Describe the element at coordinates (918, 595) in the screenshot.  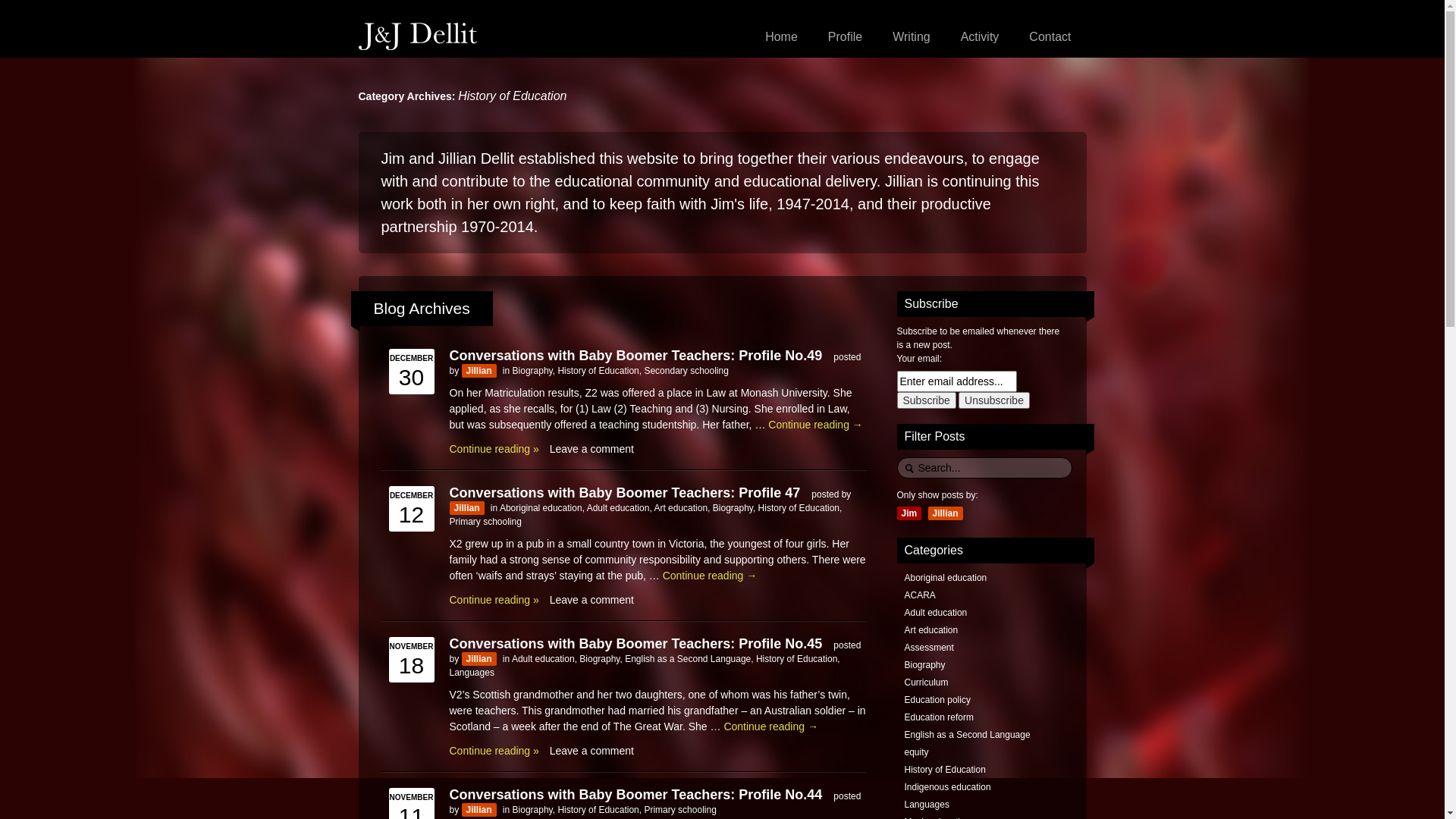
I see `'ACARA'` at that location.